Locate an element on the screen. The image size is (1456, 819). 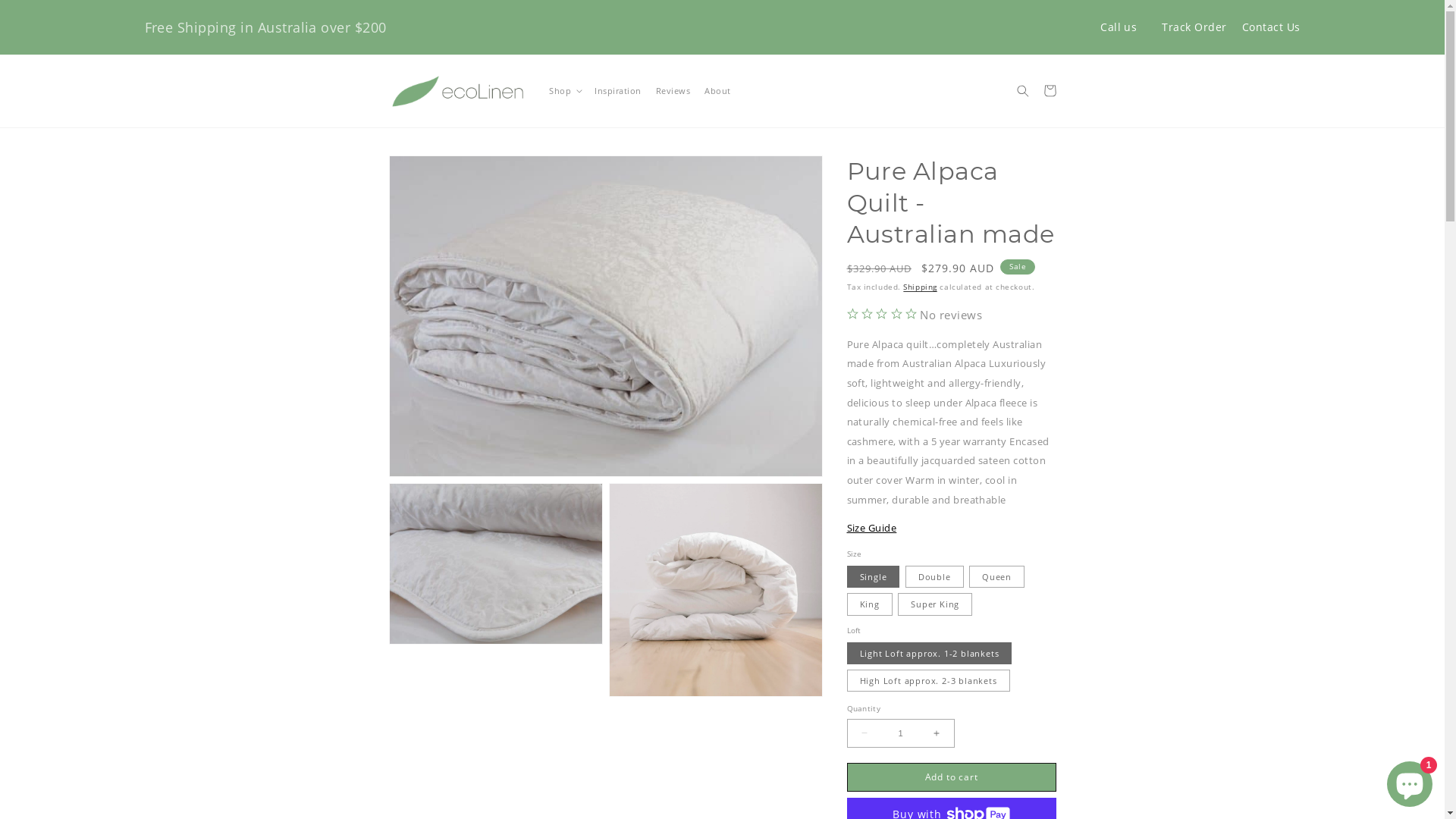
'Increase quantity for Pure Alpaca Quilt - Australian made' is located at coordinates (935, 733).